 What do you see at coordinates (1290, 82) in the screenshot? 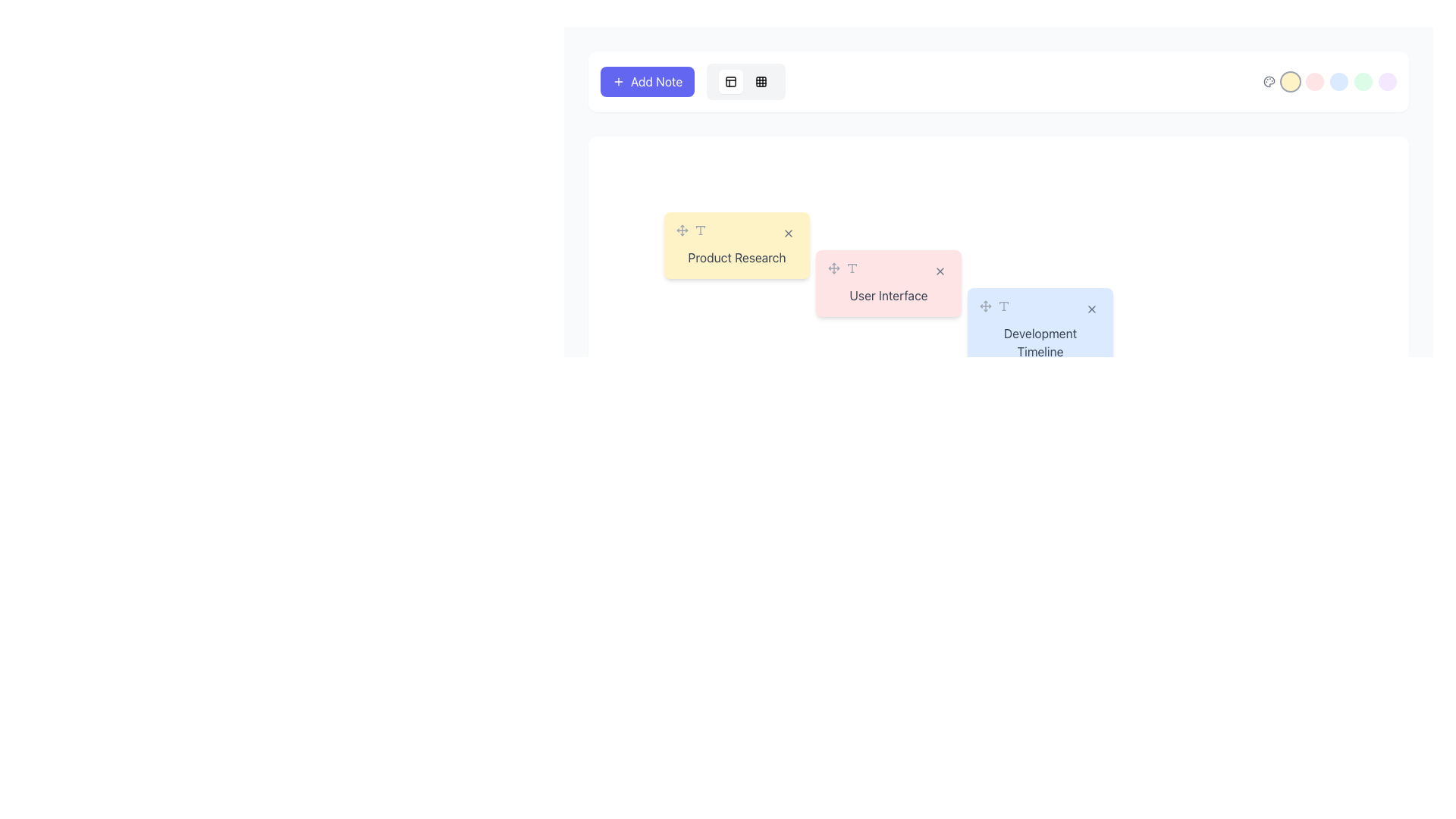
I see `the second button from the left in the top-right section of the interface to trigger the hover effect` at bounding box center [1290, 82].